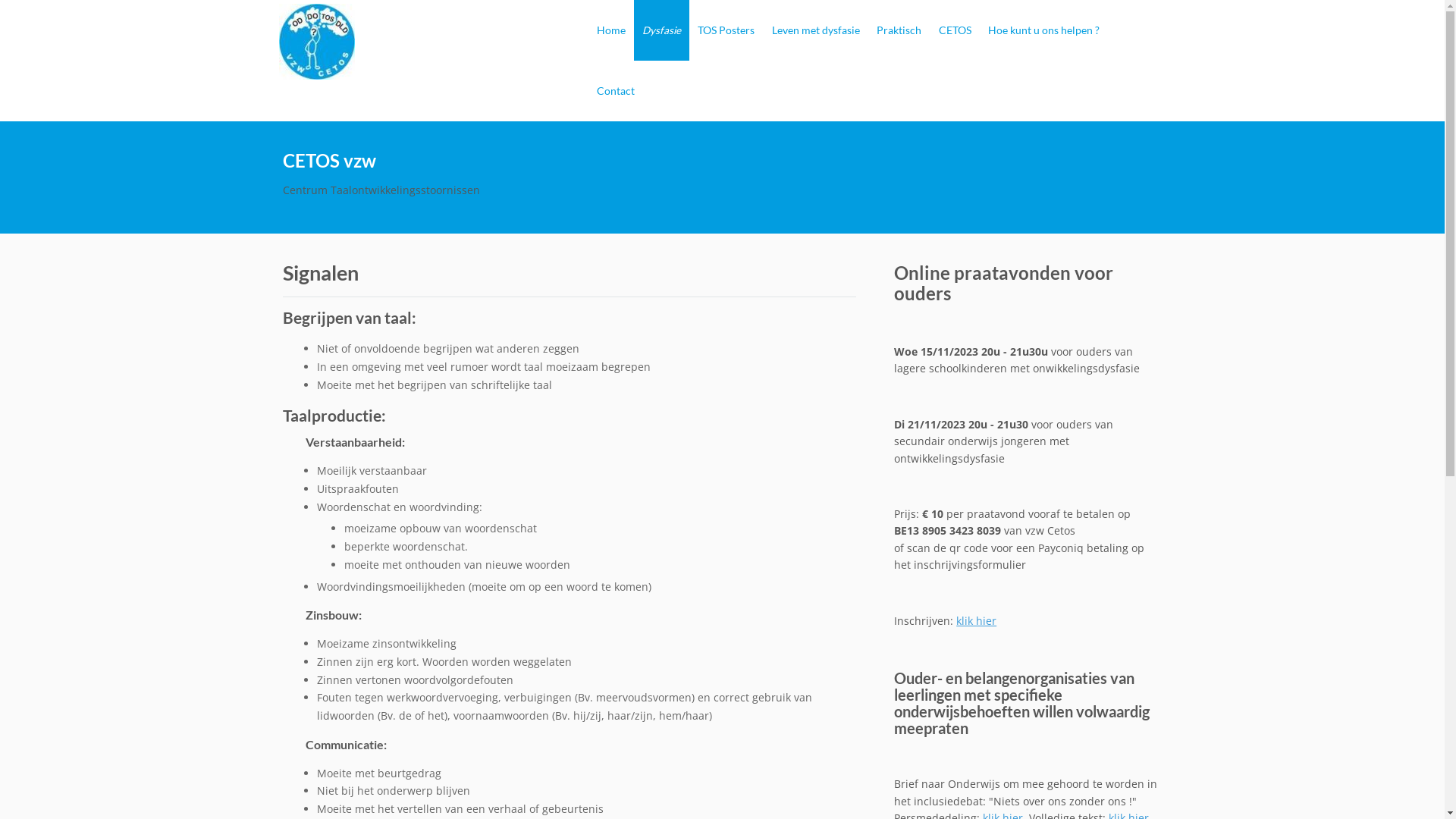  Describe the element at coordinates (868, 30) in the screenshot. I see `'Praktisch'` at that location.